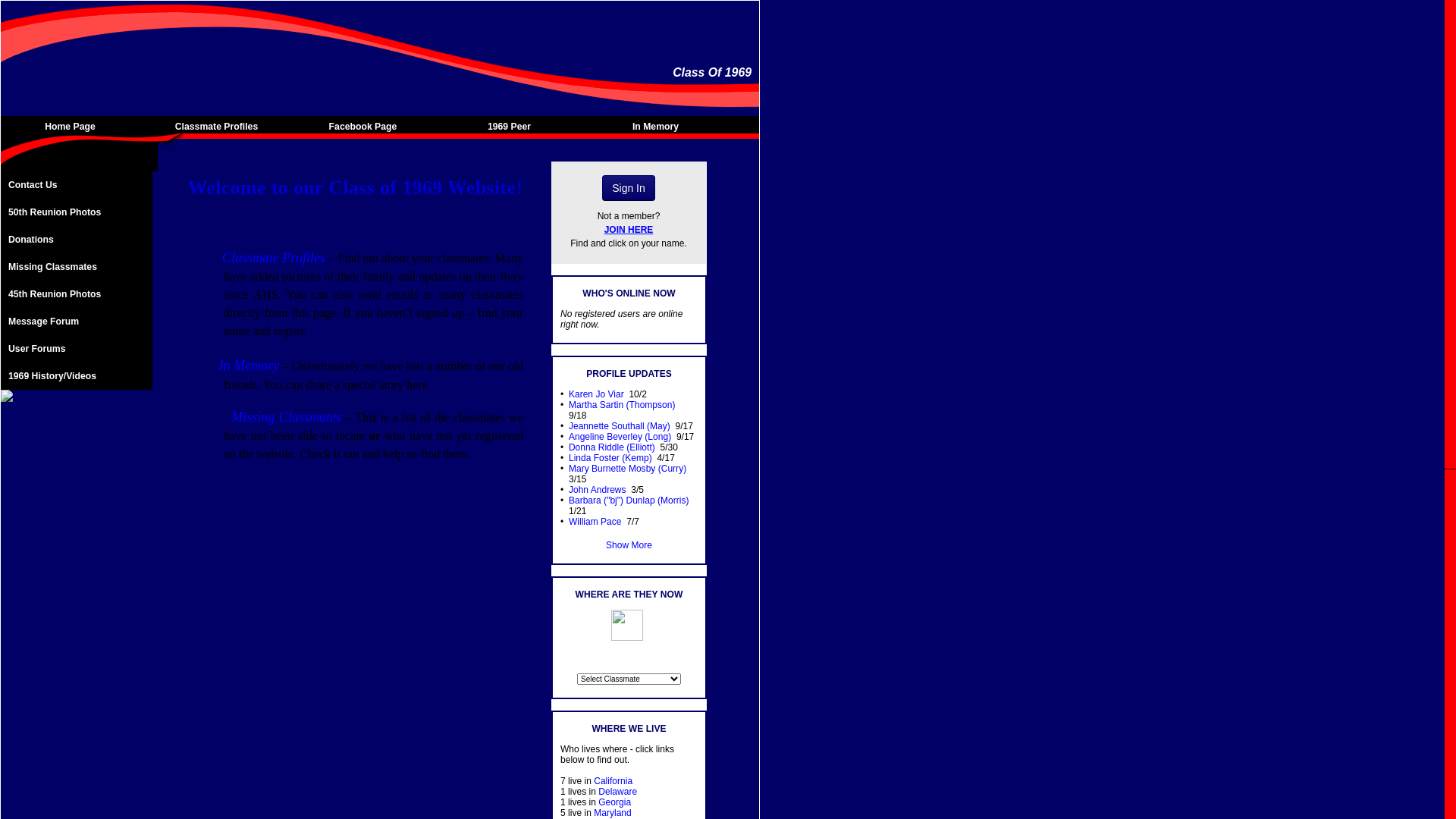 Image resolution: width=1456 pixels, height=819 pixels. What do you see at coordinates (629, 230) in the screenshot?
I see `'JOIN HERE'` at bounding box center [629, 230].